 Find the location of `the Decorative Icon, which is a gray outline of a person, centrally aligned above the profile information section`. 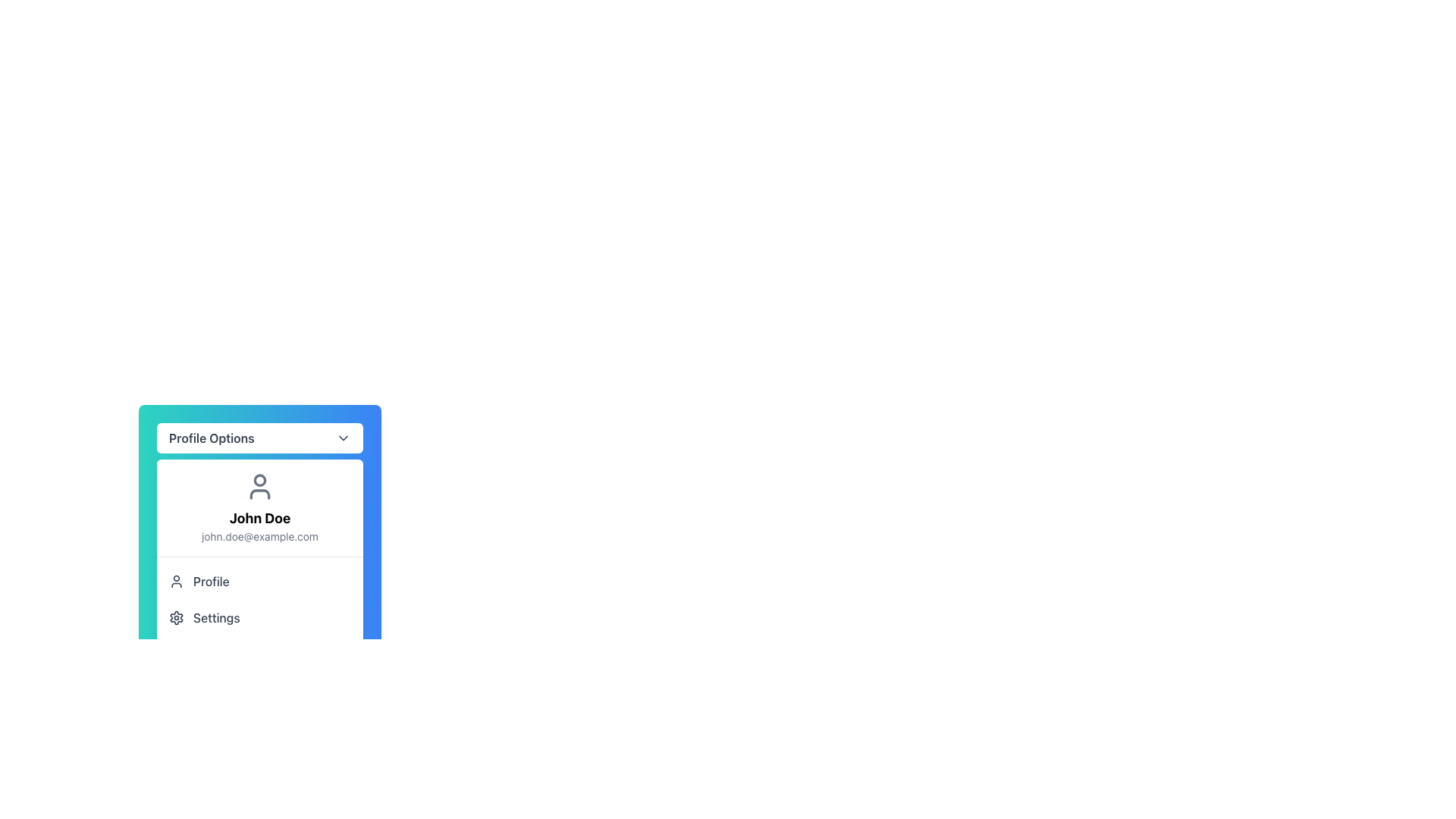

the Decorative Icon, which is a gray outline of a person, centrally aligned above the profile information section is located at coordinates (259, 486).